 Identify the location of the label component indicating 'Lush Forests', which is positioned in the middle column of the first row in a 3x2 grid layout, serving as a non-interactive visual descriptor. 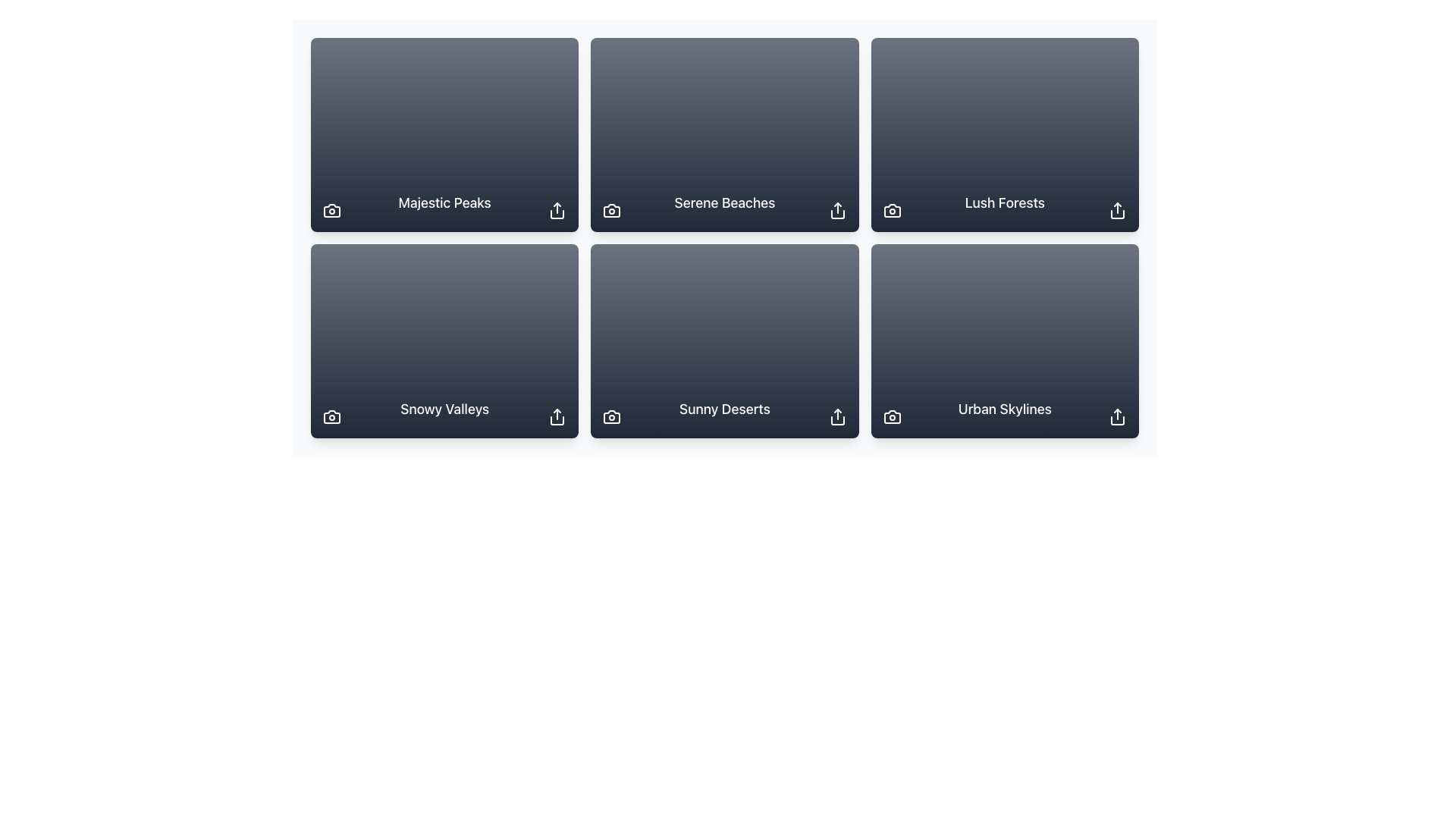
(1005, 212).